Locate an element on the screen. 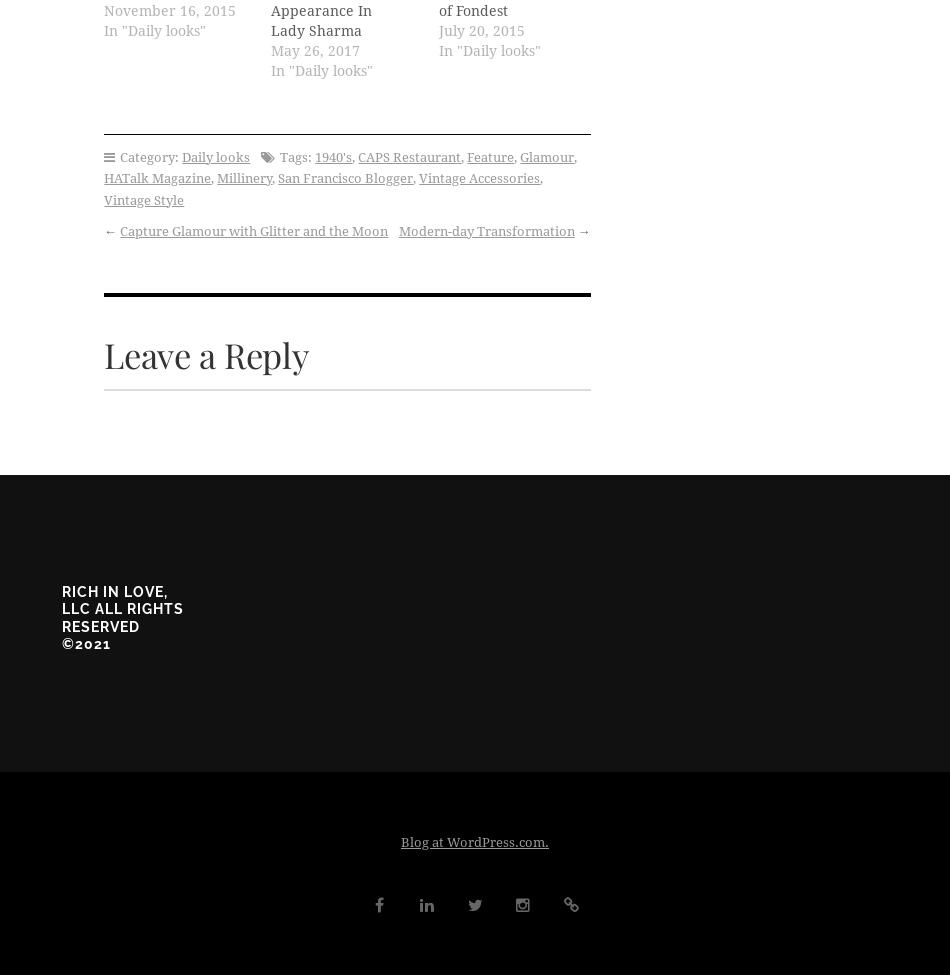 This screenshot has height=975, width=950. 'San Francisco Blogger' is located at coordinates (344, 177).